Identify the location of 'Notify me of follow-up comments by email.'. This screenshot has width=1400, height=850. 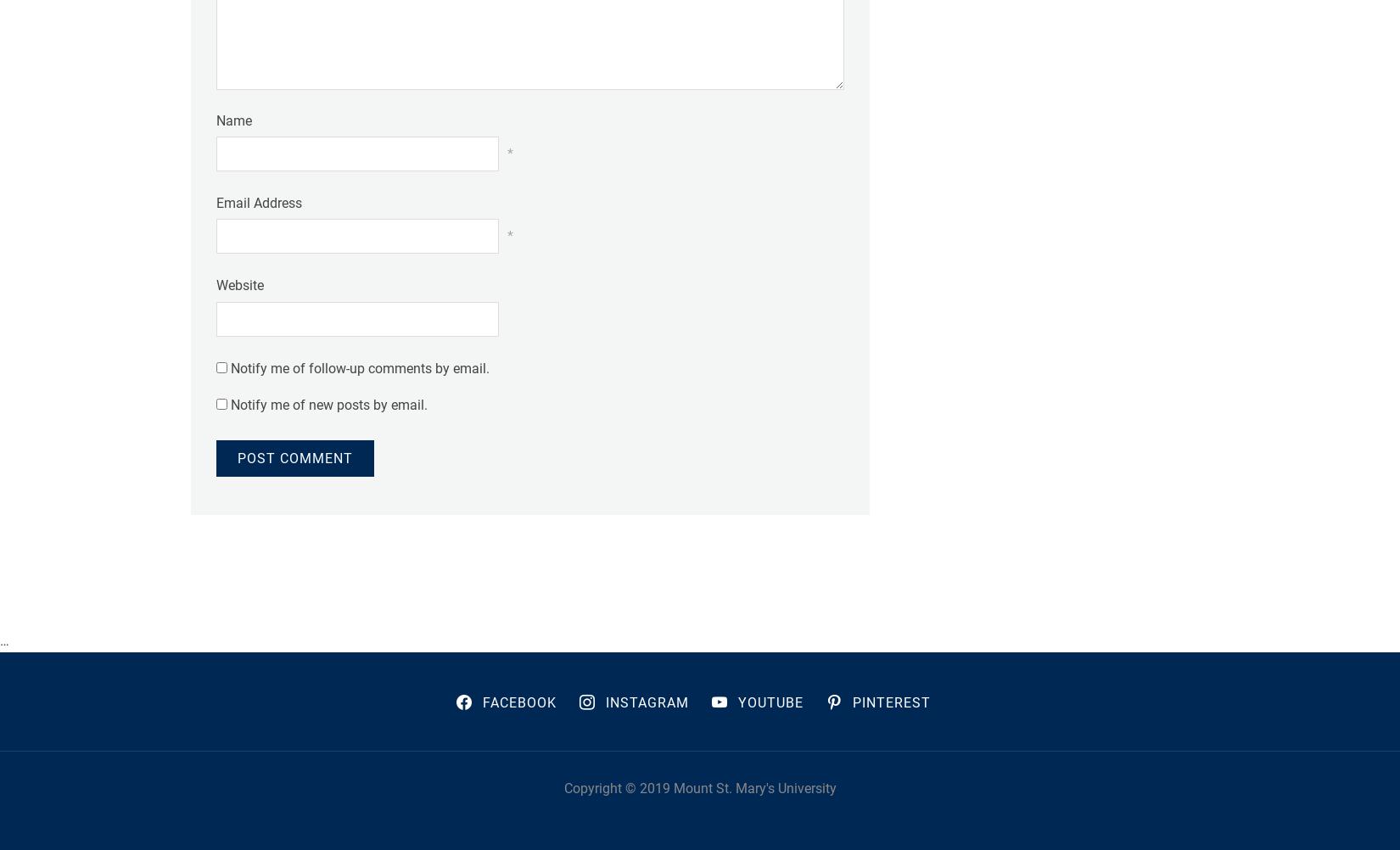
(359, 366).